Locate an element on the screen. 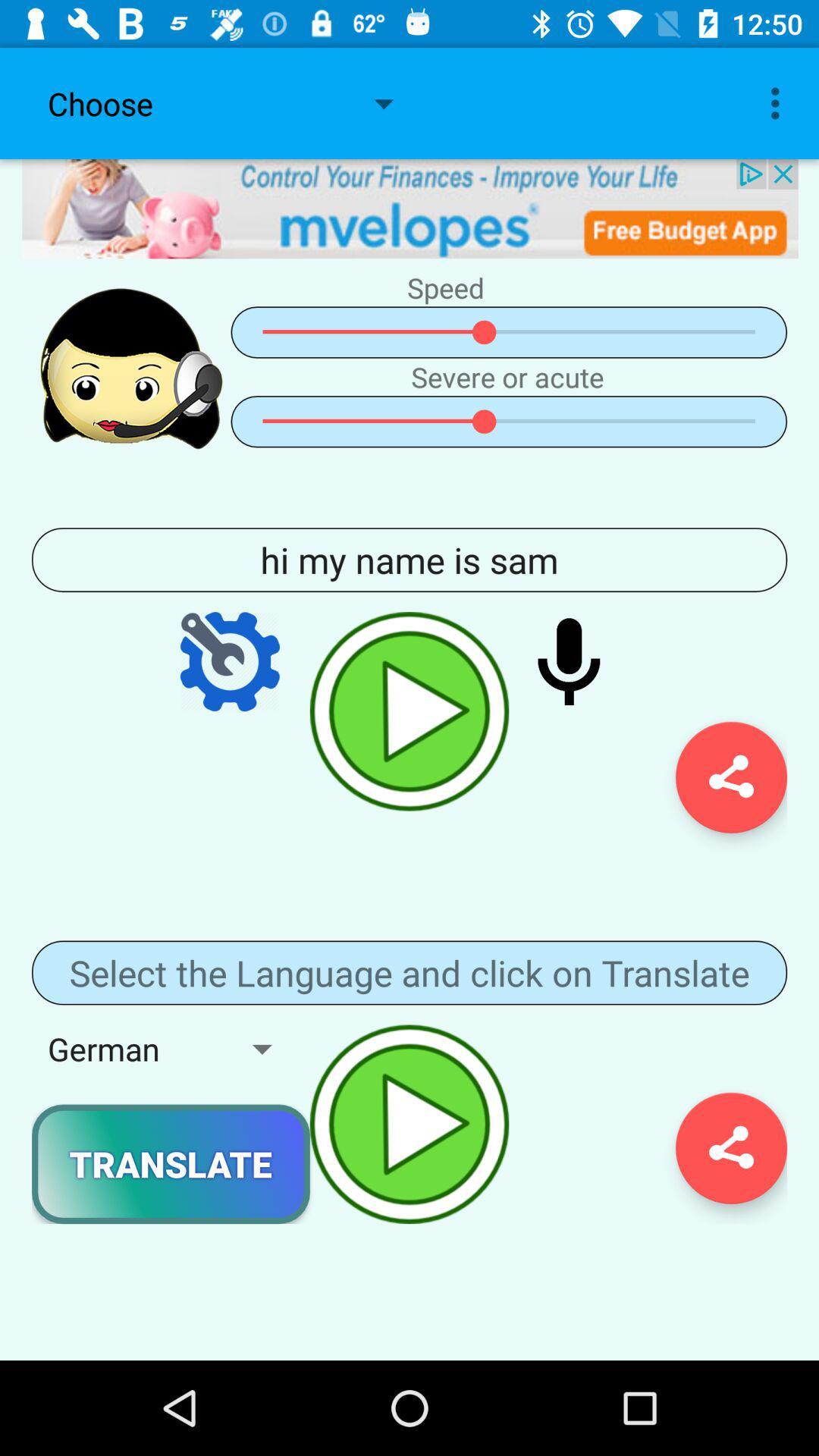  the share icon is located at coordinates (730, 777).